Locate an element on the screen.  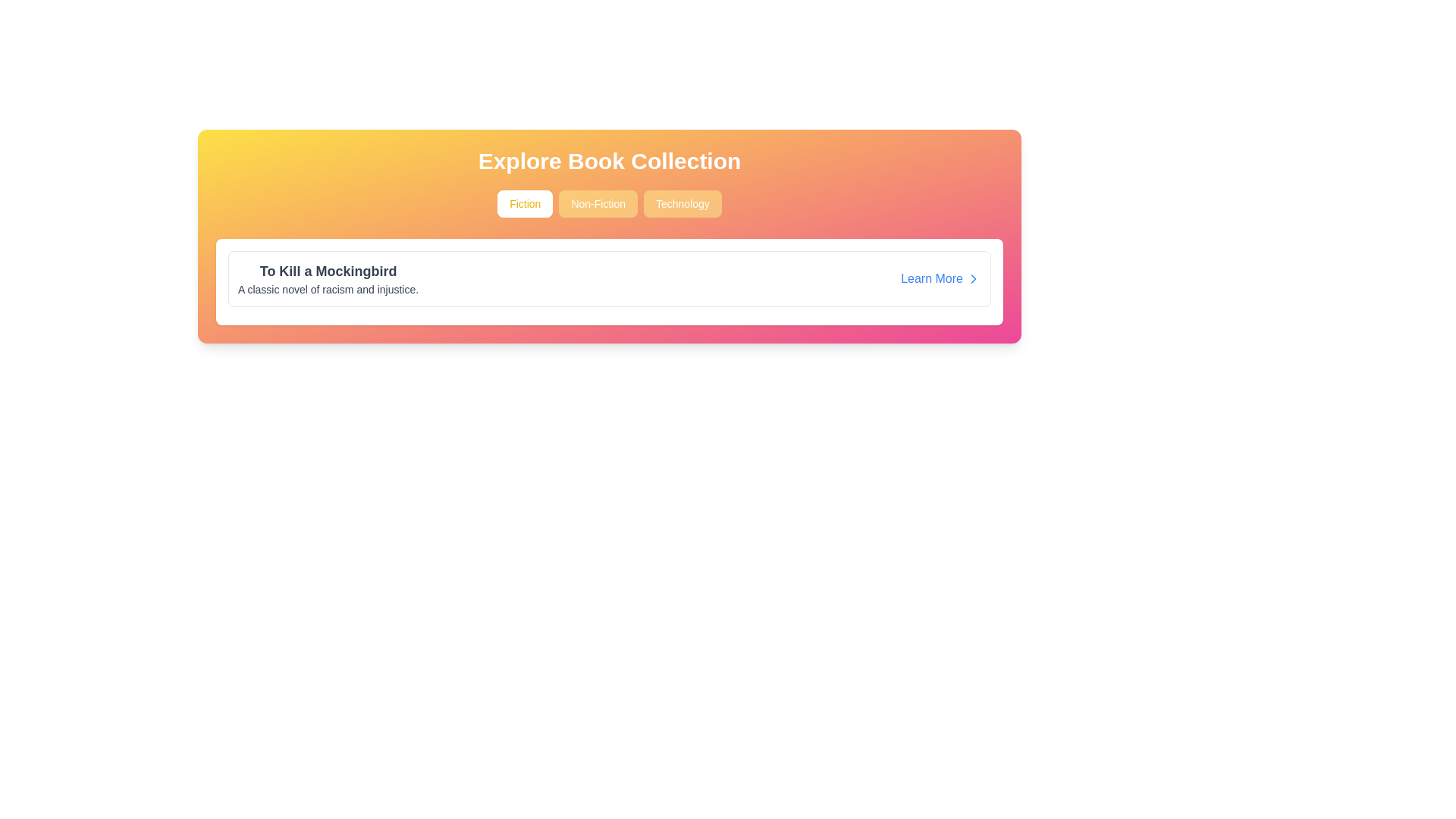
the 'Technology' button, which is the third button in a horizontal group of three is located at coordinates (682, 203).